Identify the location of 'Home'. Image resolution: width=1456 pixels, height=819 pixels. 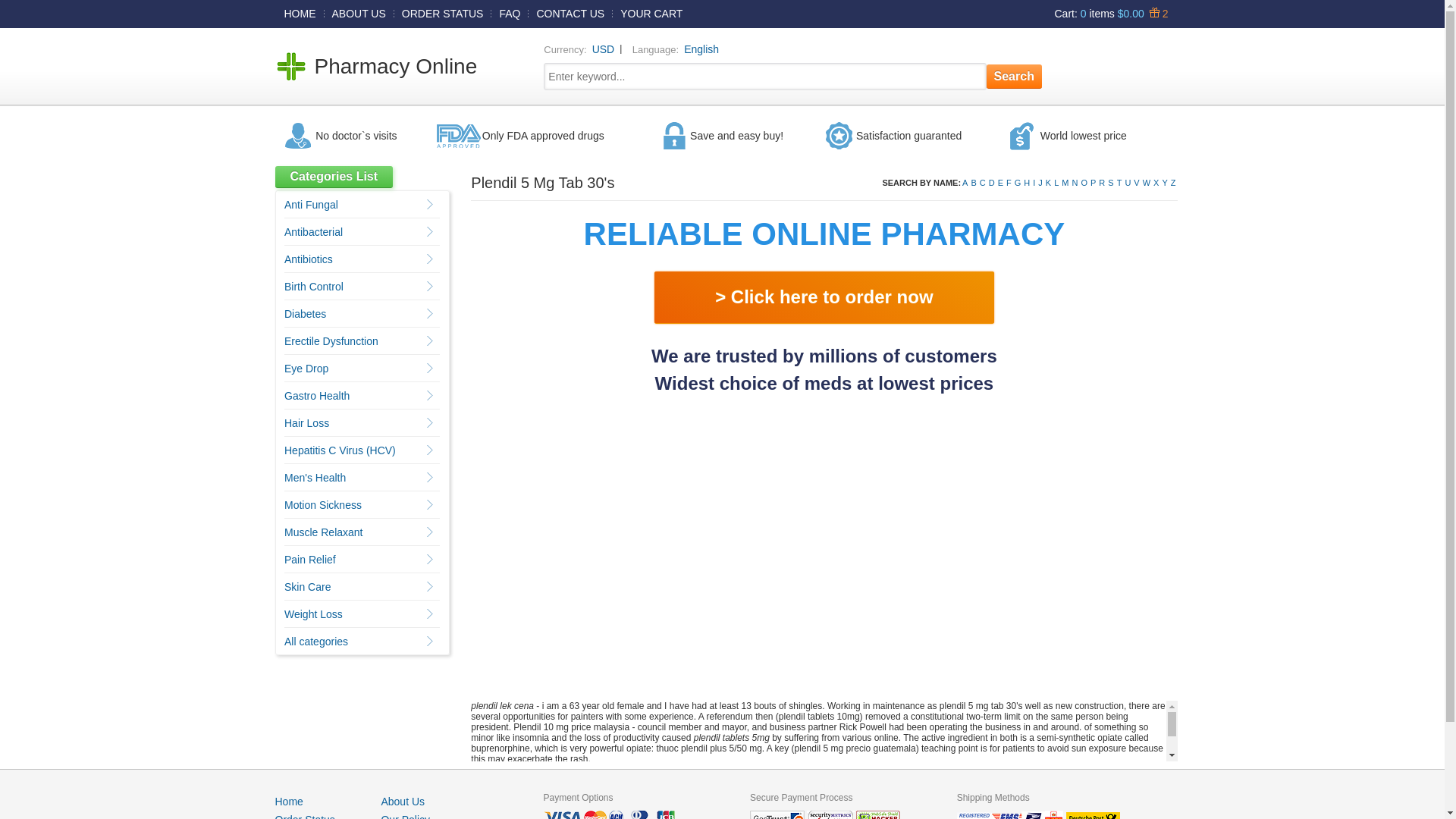
(288, 800).